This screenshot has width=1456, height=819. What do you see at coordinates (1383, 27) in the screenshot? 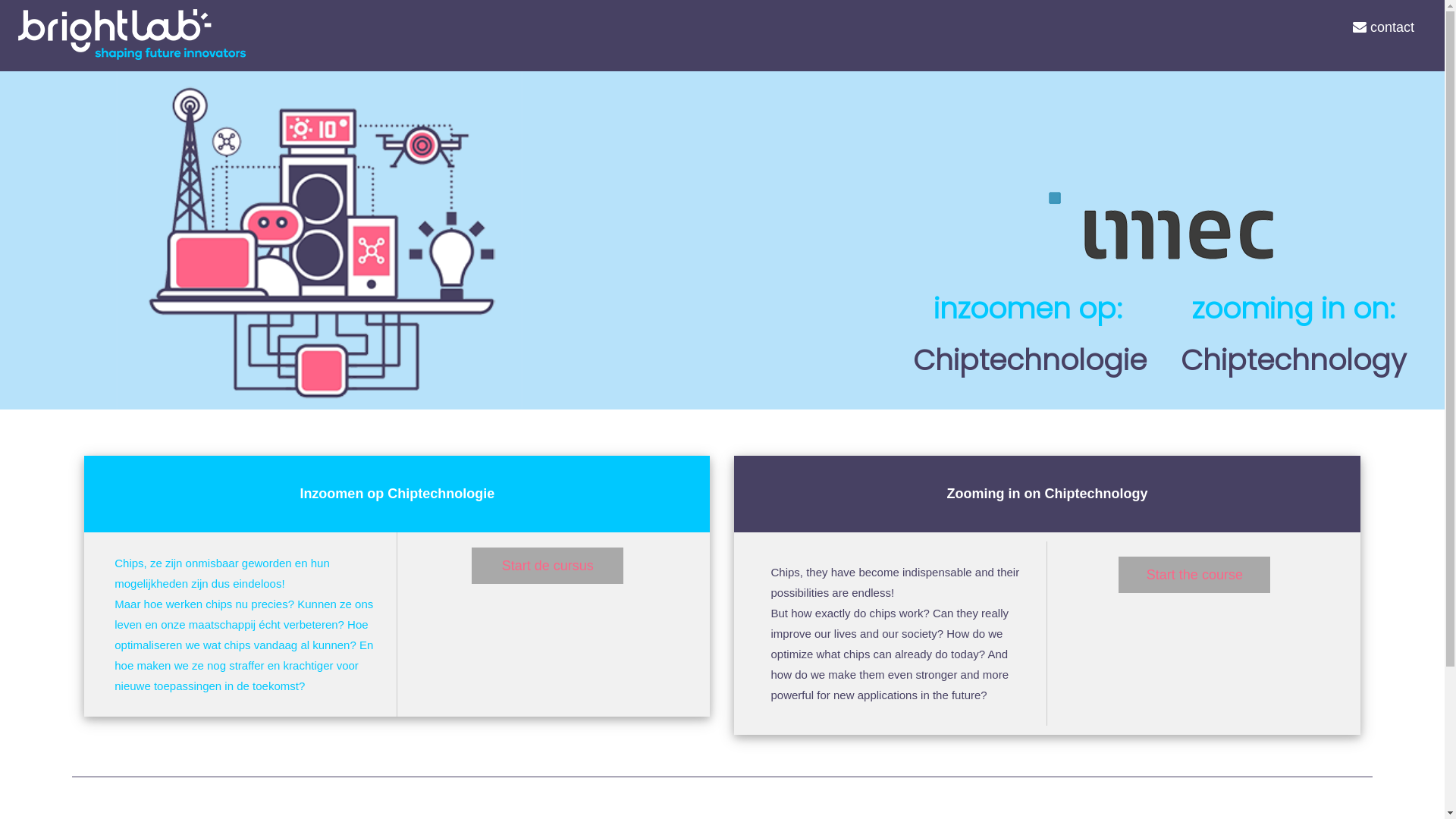
I see `'contact'` at bounding box center [1383, 27].